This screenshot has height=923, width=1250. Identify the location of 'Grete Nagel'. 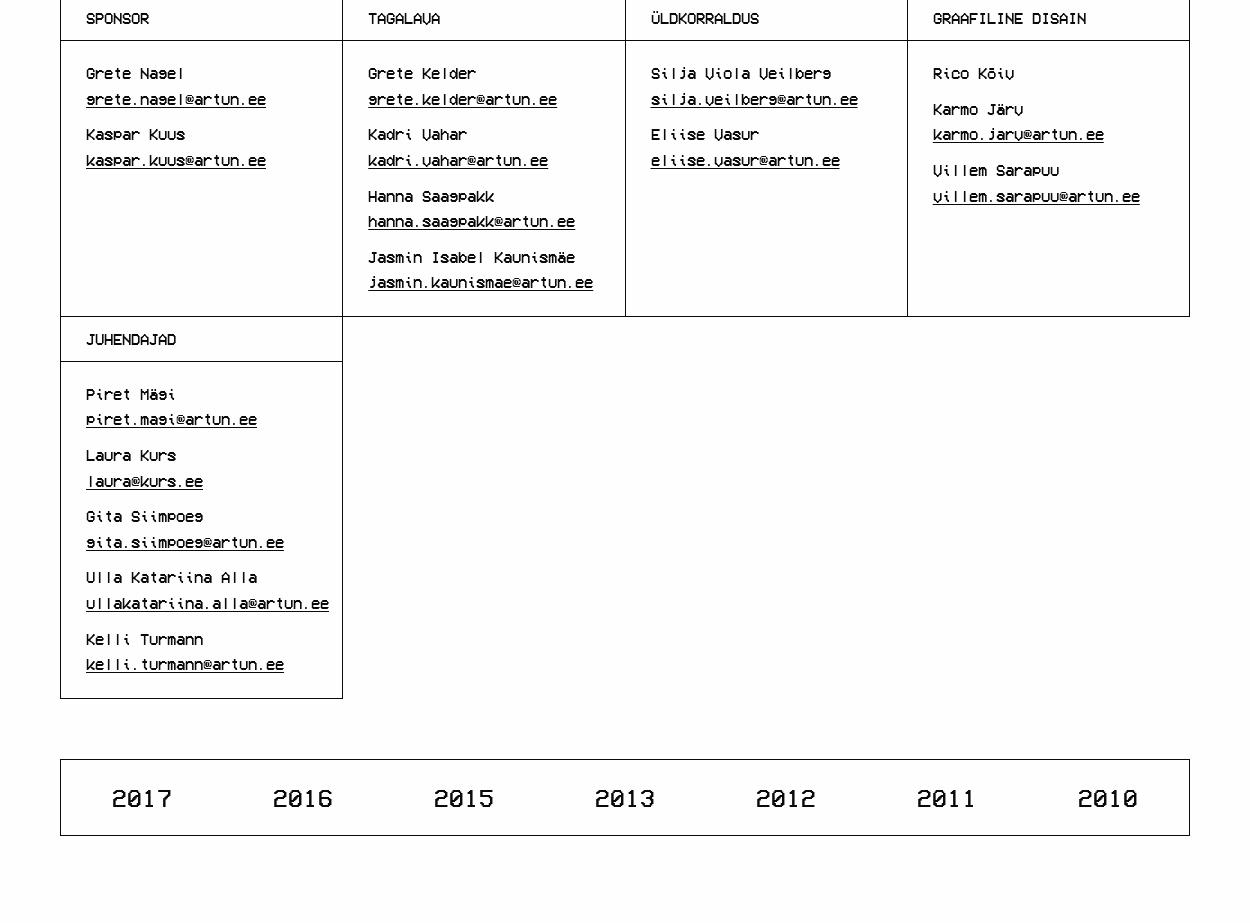
(135, 73).